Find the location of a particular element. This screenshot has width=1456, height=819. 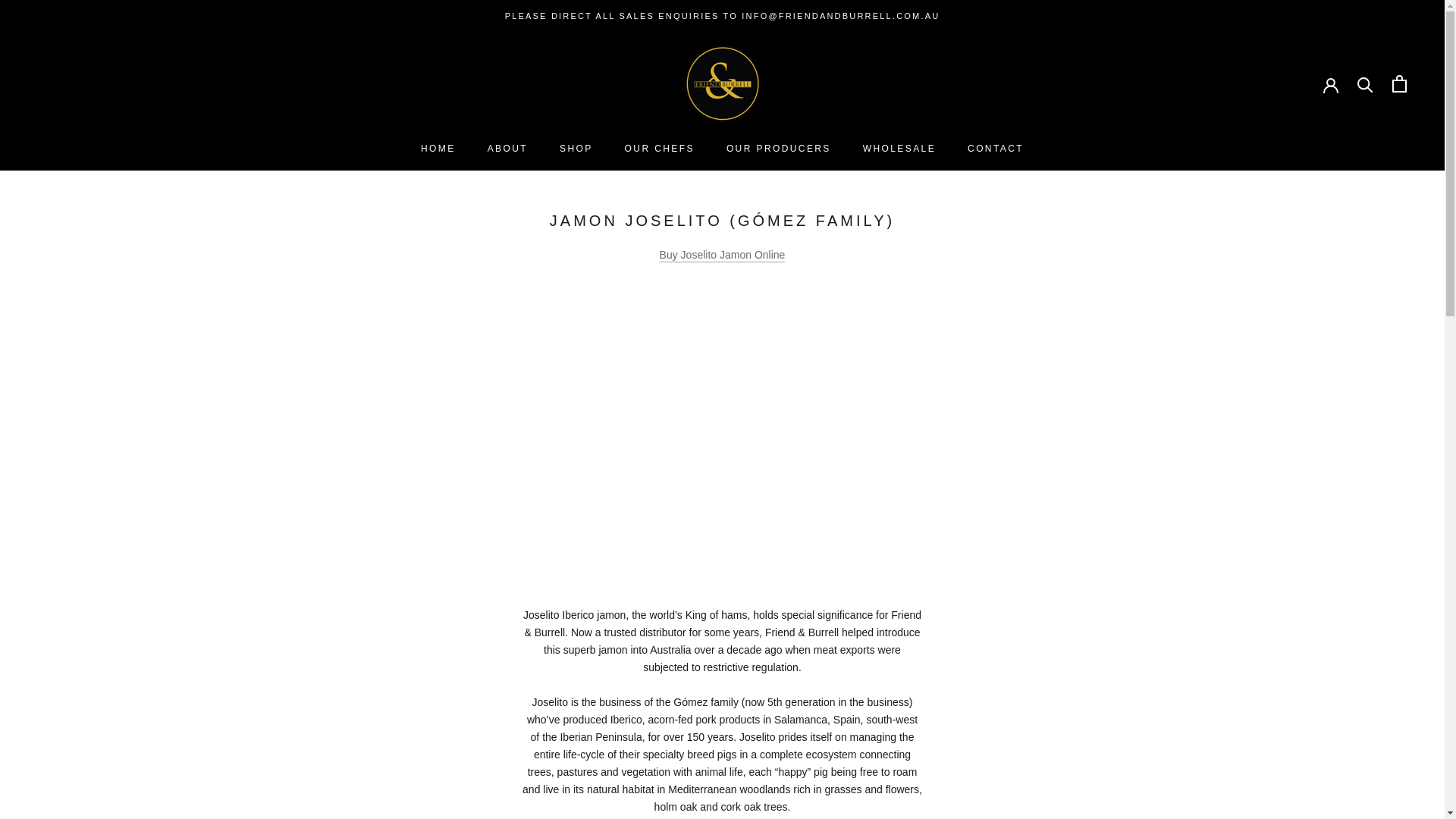

'SHOP is located at coordinates (575, 149).